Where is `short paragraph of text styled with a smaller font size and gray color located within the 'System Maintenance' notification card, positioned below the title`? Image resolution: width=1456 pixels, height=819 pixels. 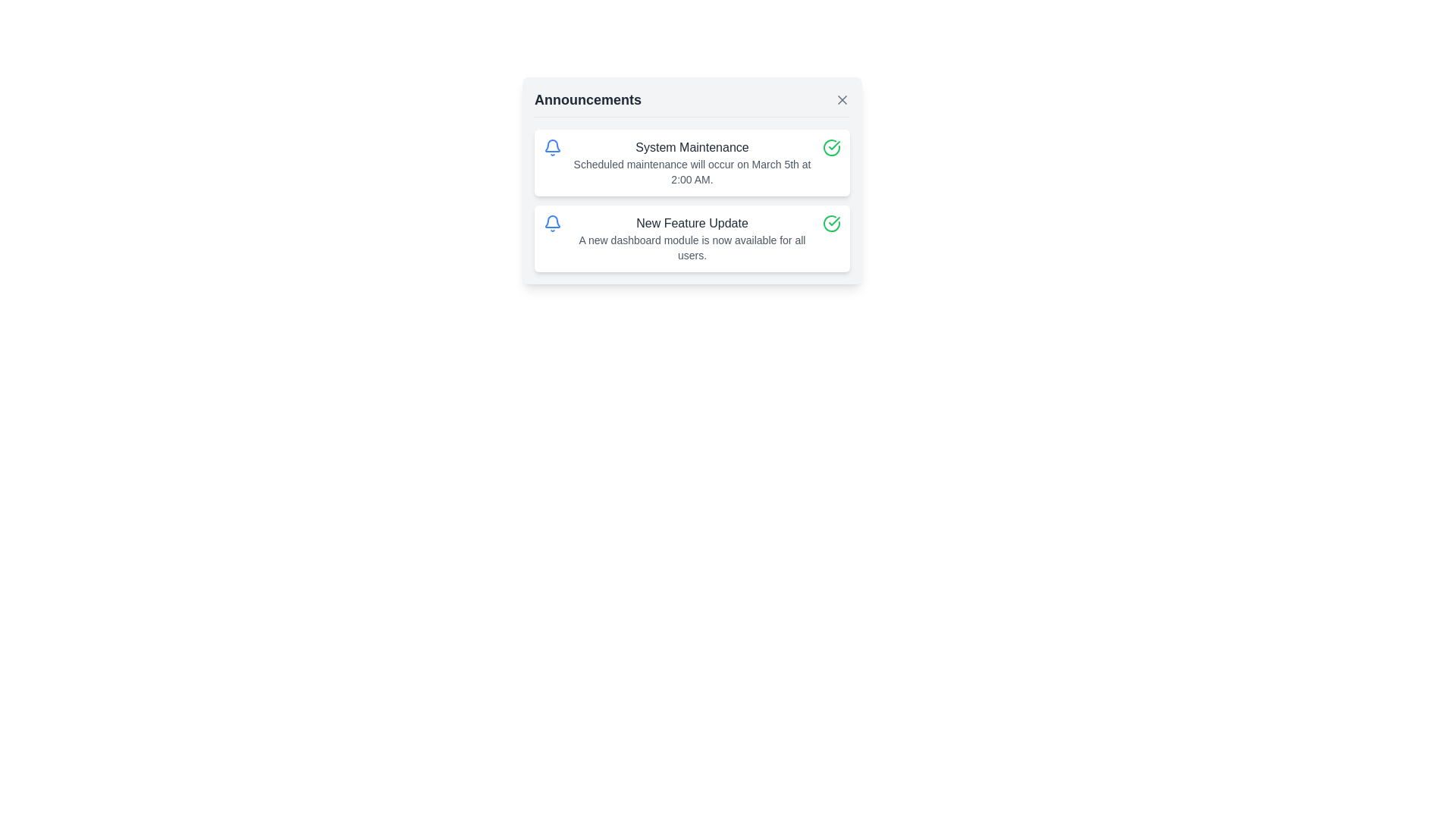
short paragraph of text styled with a smaller font size and gray color located within the 'System Maintenance' notification card, positioned below the title is located at coordinates (691, 171).